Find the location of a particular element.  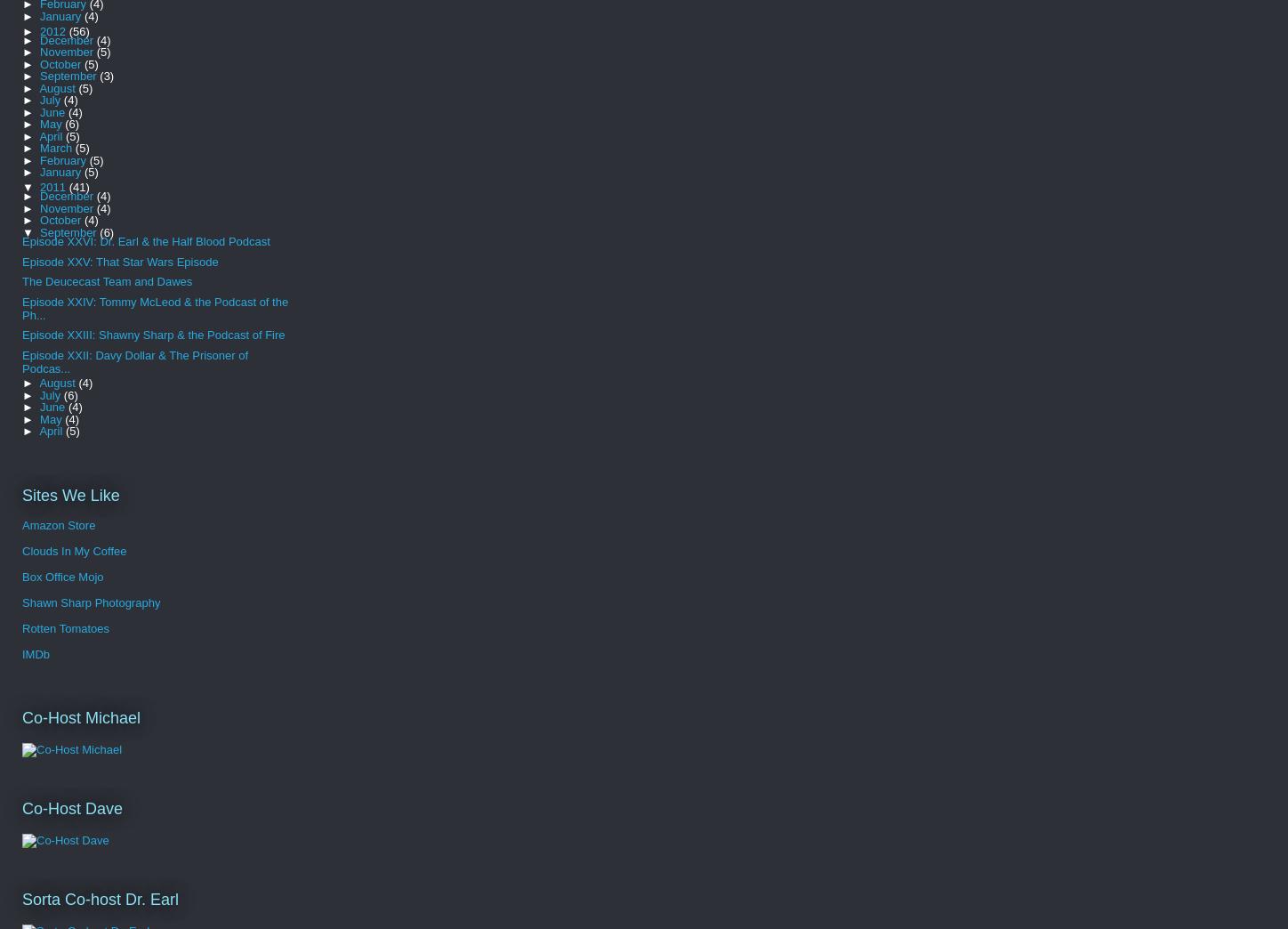

'February' is located at coordinates (40, 158).